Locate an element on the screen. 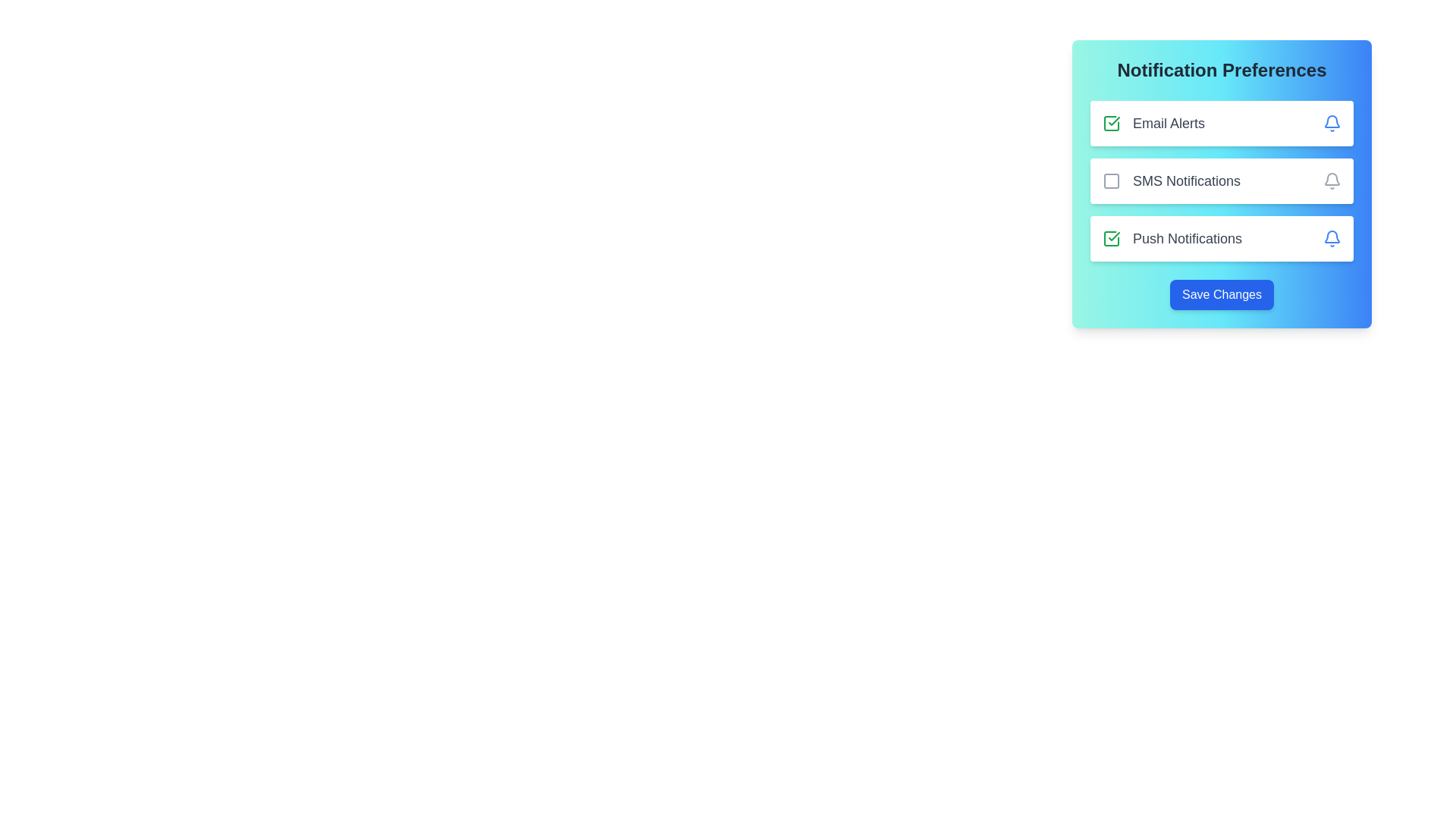  the checkbox for 'Push Notifications' is located at coordinates (1222, 239).